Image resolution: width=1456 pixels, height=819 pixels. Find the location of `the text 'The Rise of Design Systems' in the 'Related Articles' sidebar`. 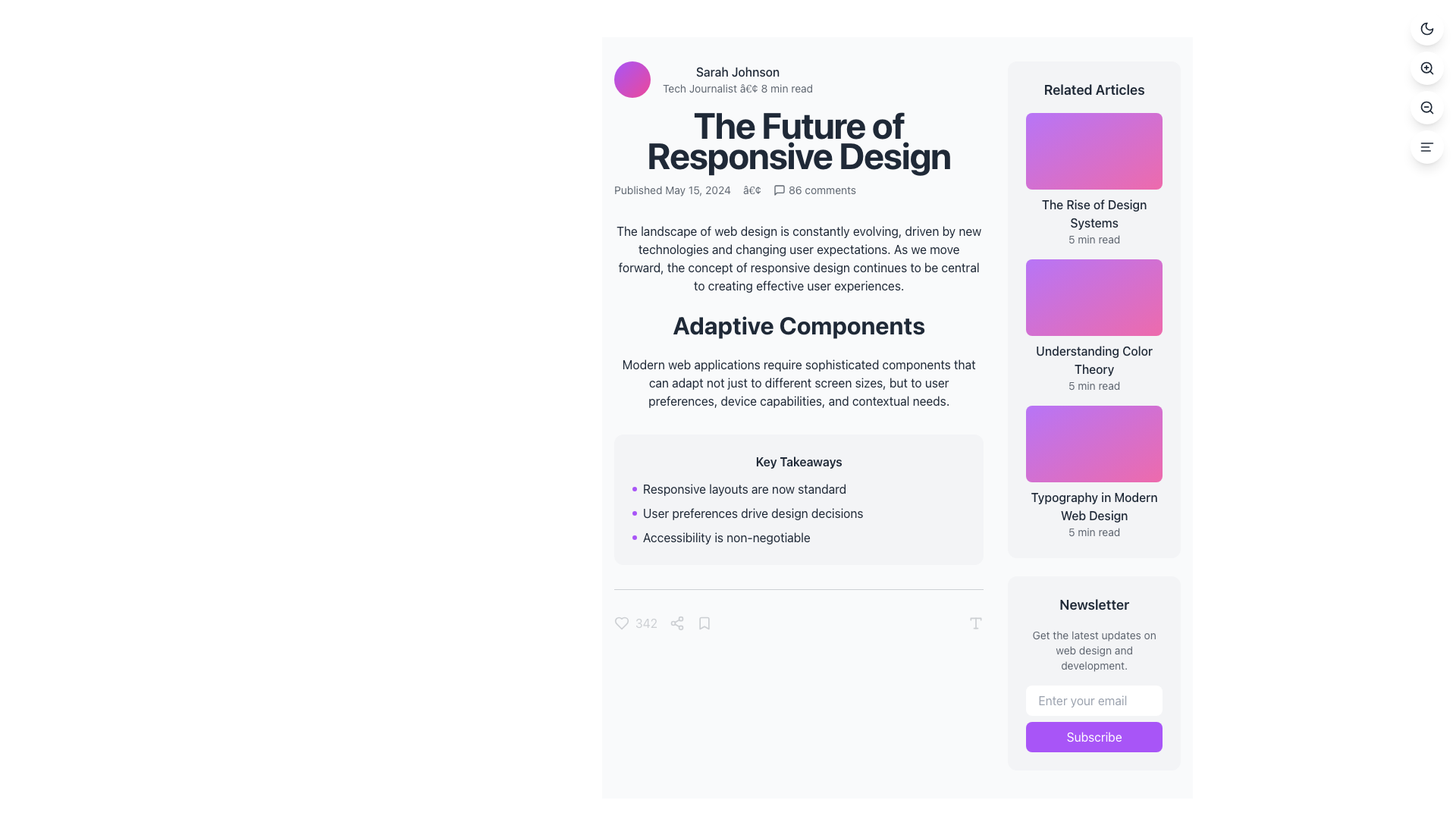

the text 'The Rise of Design Systems' in the 'Related Articles' sidebar is located at coordinates (1094, 214).